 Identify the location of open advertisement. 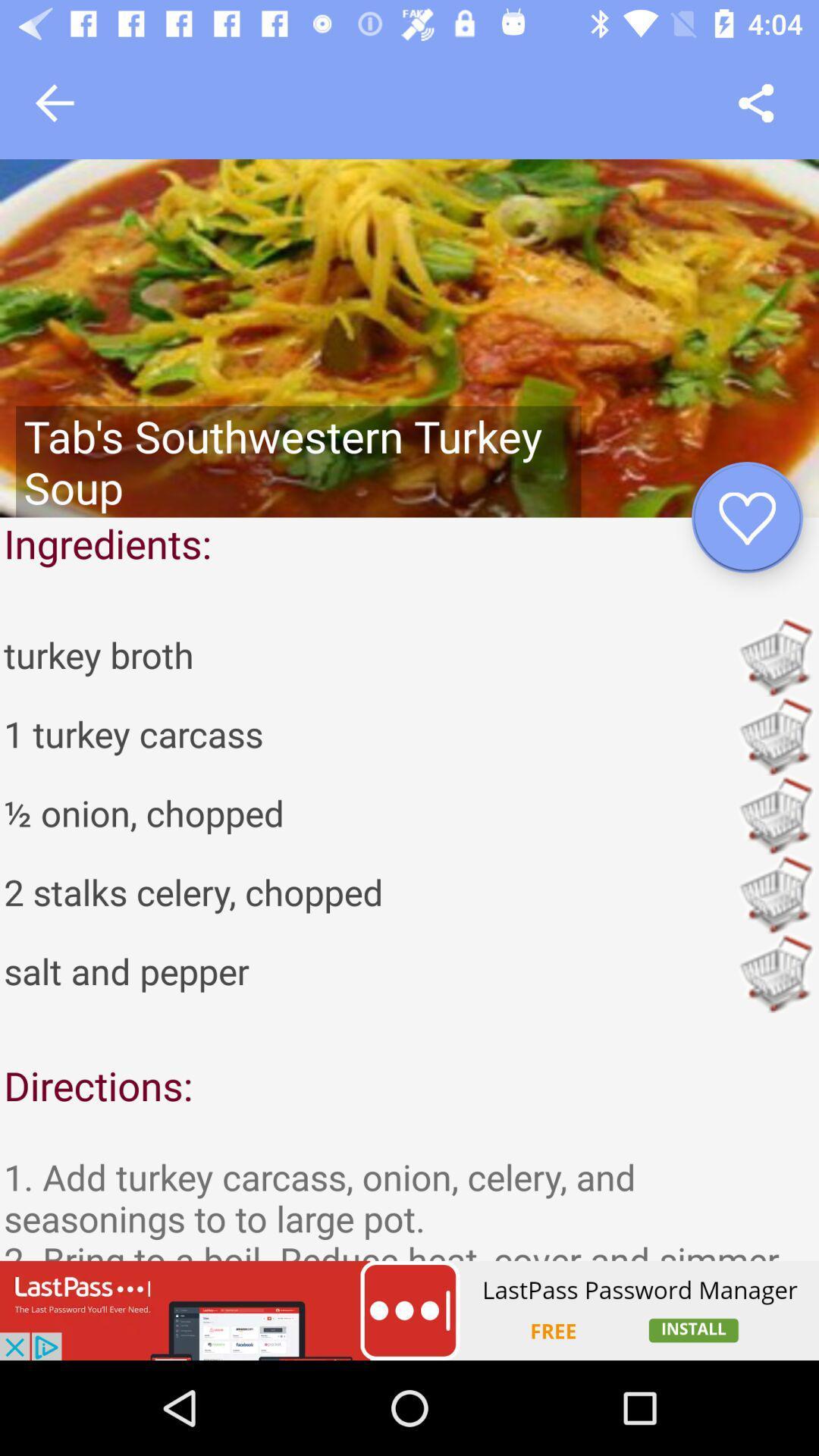
(409, 1310).